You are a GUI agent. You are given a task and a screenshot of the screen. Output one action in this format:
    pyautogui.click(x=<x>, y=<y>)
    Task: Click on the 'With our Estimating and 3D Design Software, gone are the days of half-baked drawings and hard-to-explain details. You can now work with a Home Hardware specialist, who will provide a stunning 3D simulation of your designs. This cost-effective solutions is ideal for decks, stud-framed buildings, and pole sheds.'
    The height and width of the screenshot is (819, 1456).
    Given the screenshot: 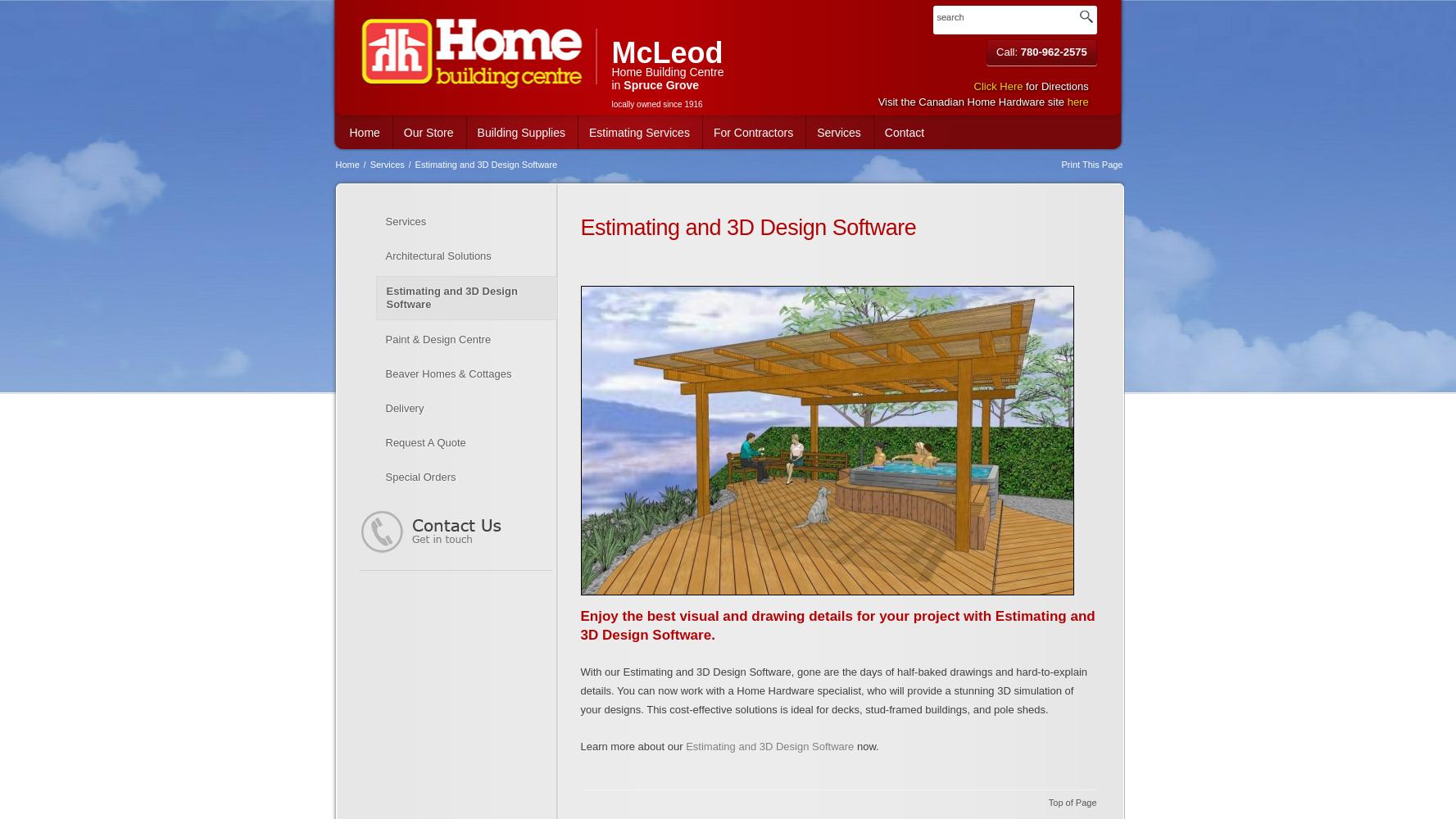 What is the action you would take?
    pyautogui.click(x=832, y=690)
    